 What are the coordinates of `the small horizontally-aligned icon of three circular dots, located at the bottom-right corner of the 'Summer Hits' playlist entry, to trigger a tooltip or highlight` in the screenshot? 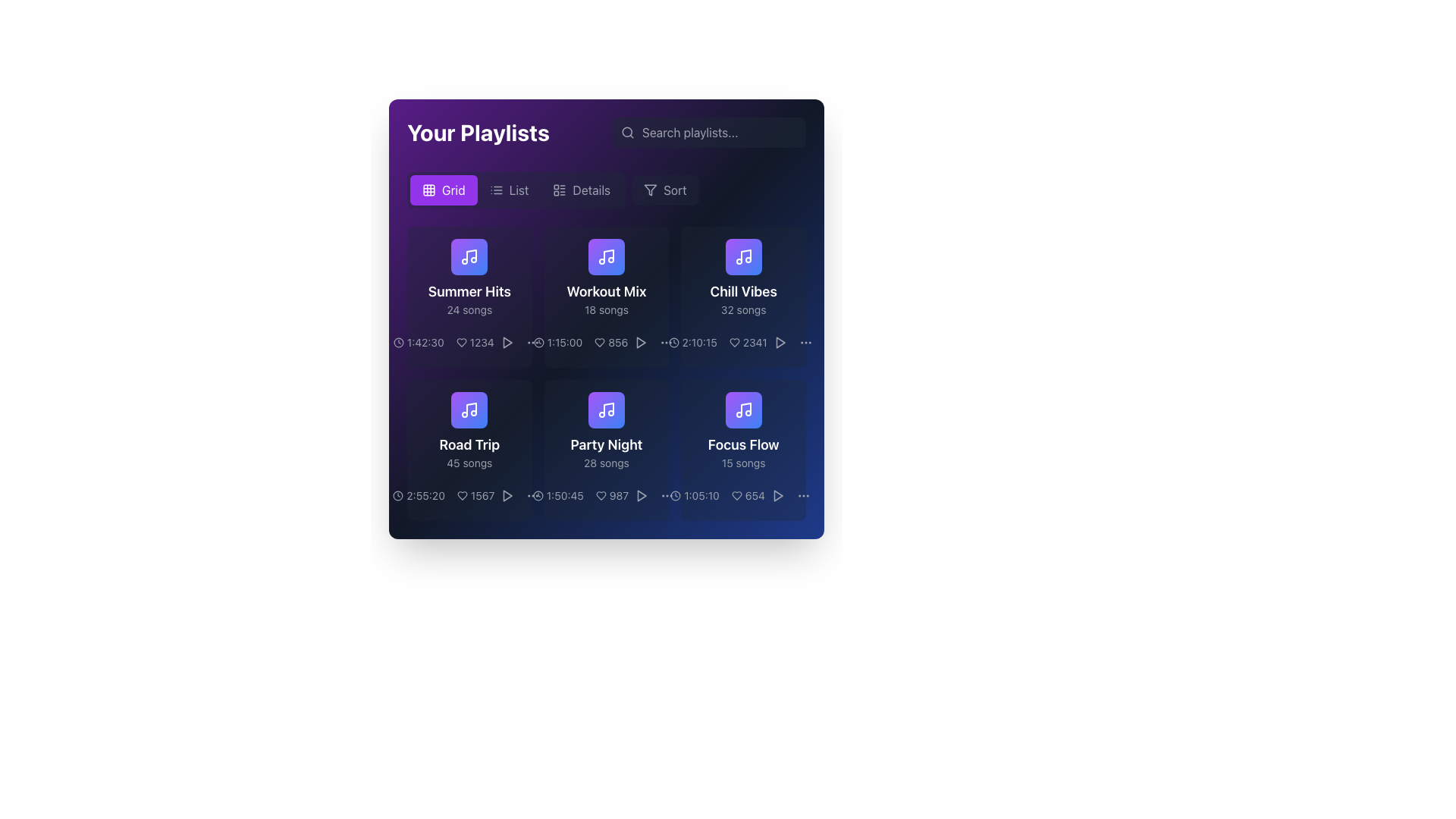 It's located at (532, 342).